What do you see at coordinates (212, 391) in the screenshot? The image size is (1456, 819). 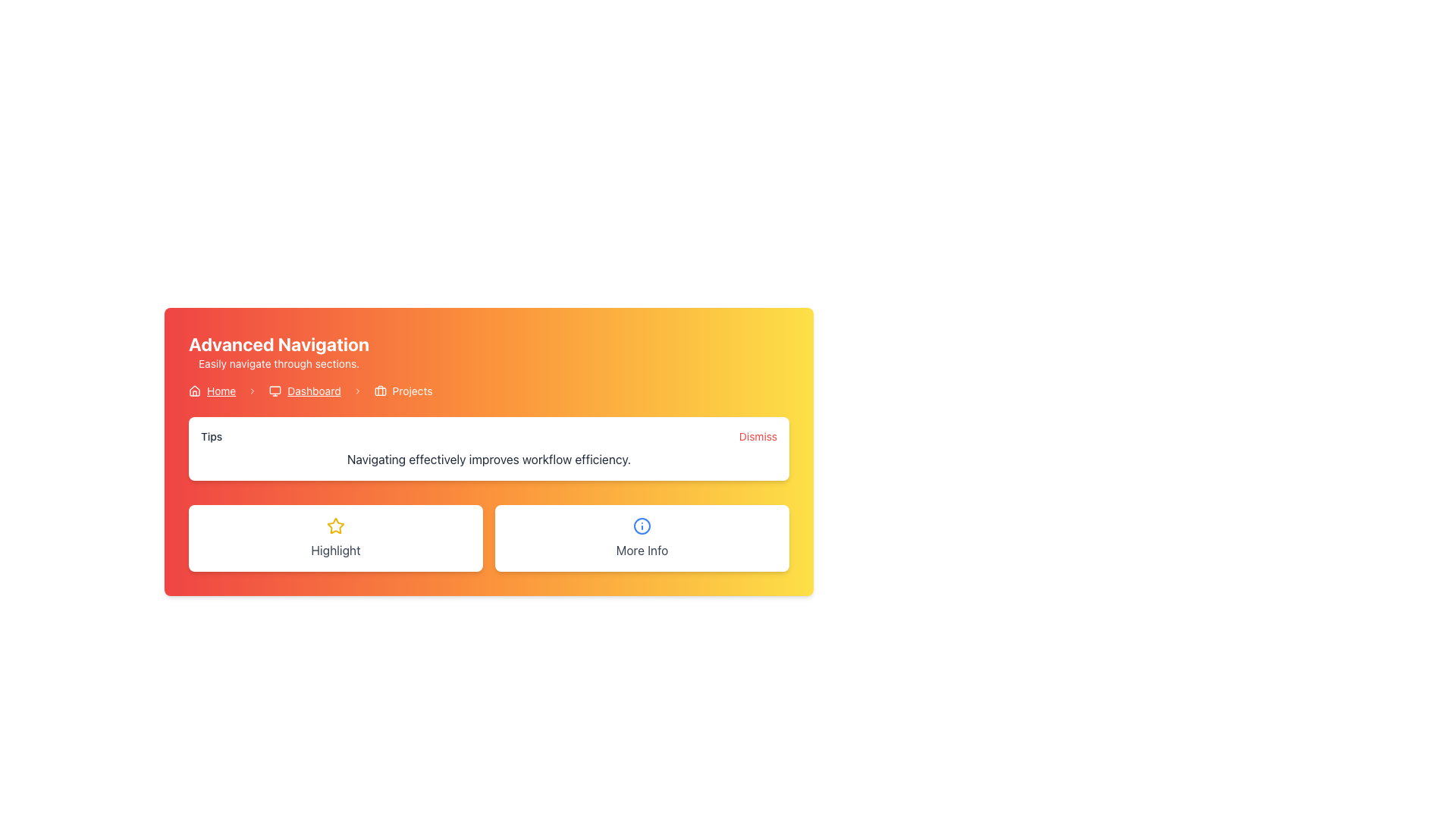 I see `the interactive text link that reads 'Home', which is styled with underlined text and accompanied by a house icon, located in the navigation breadcrumb bar` at bounding box center [212, 391].